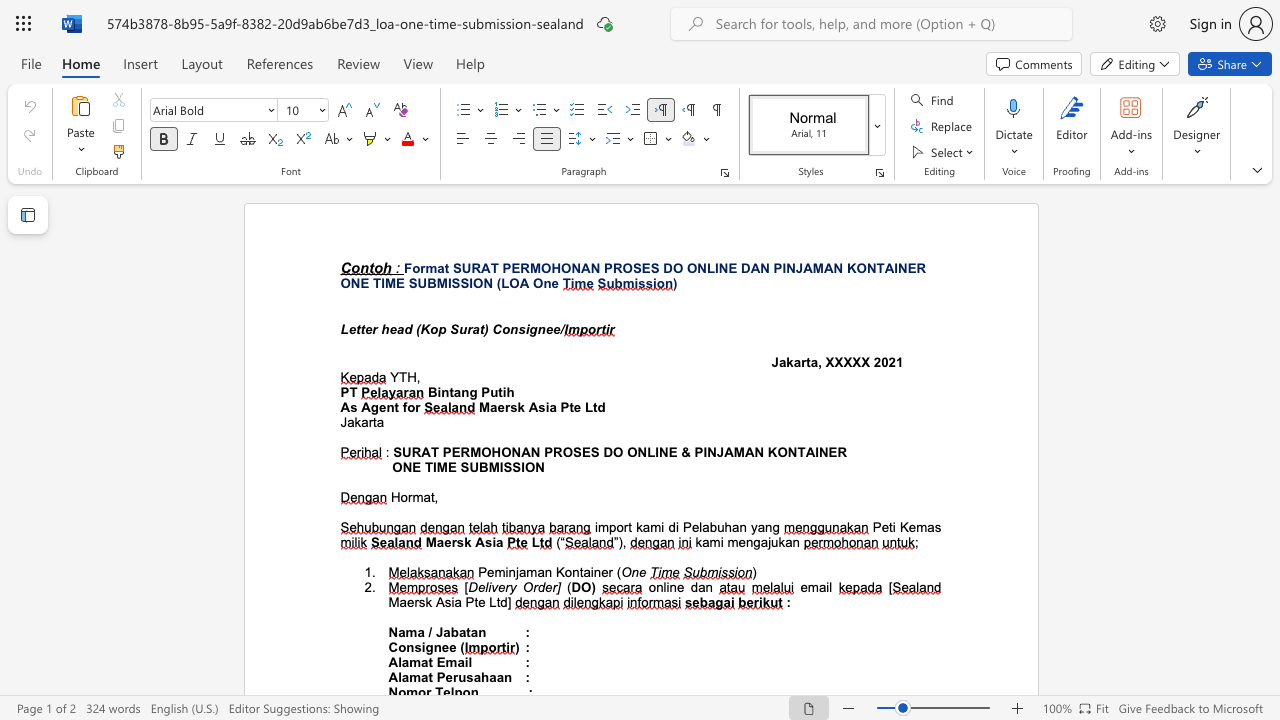 The image size is (1280, 720). What do you see at coordinates (468, 467) in the screenshot?
I see `the space between the continuous character "S" and "U" in the text` at bounding box center [468, 467].